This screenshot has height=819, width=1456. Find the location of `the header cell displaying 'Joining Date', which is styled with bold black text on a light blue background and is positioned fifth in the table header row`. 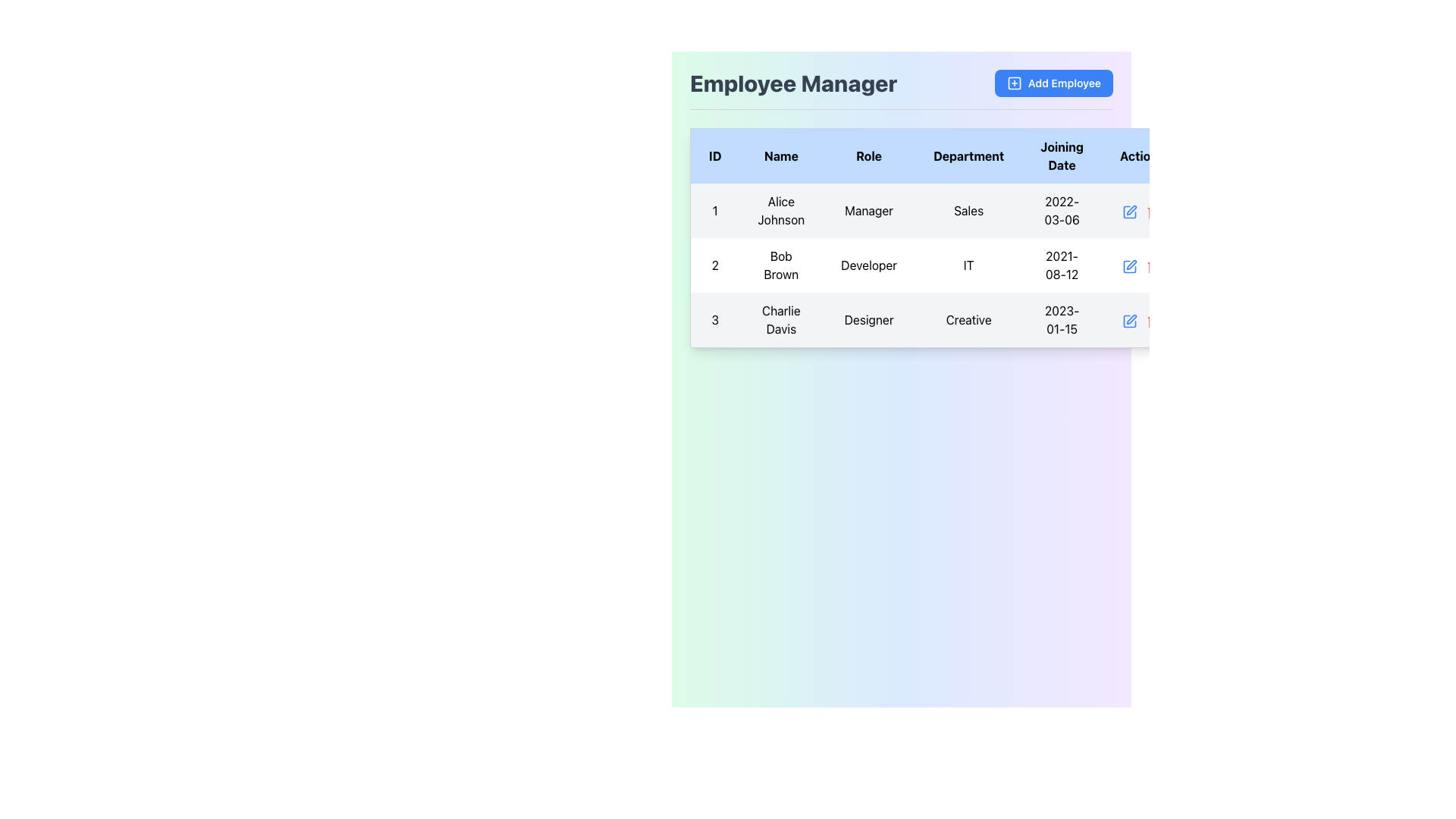

the header cell displaying 'Joining Date', which is styled with bold black text on a light blue background and is positioned fifth in the table header row is located at coordinates (1061, 155).